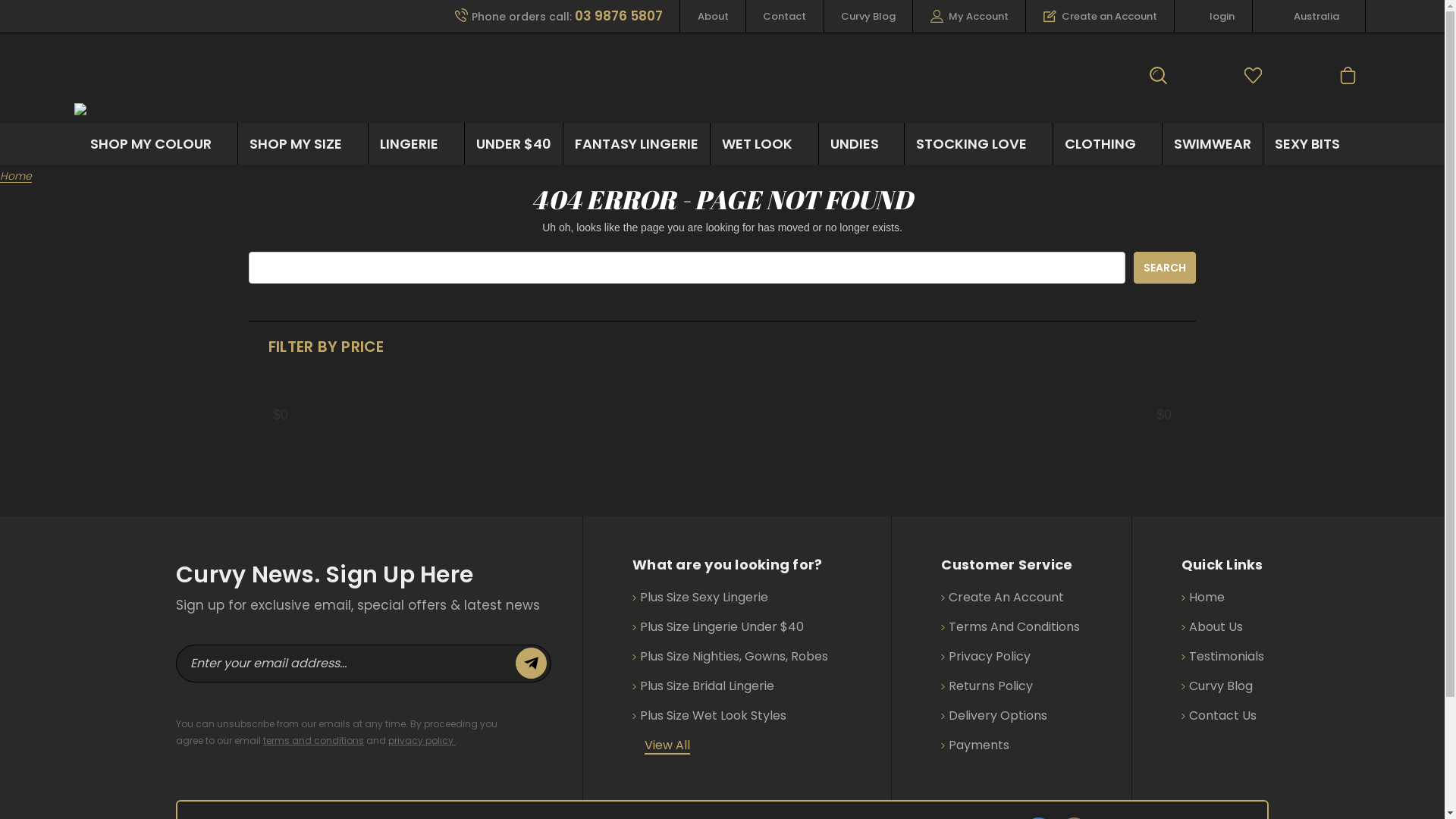  Describe the element at coordinates (1181, 596) in the screenshot. I see `'Home'` at that location.